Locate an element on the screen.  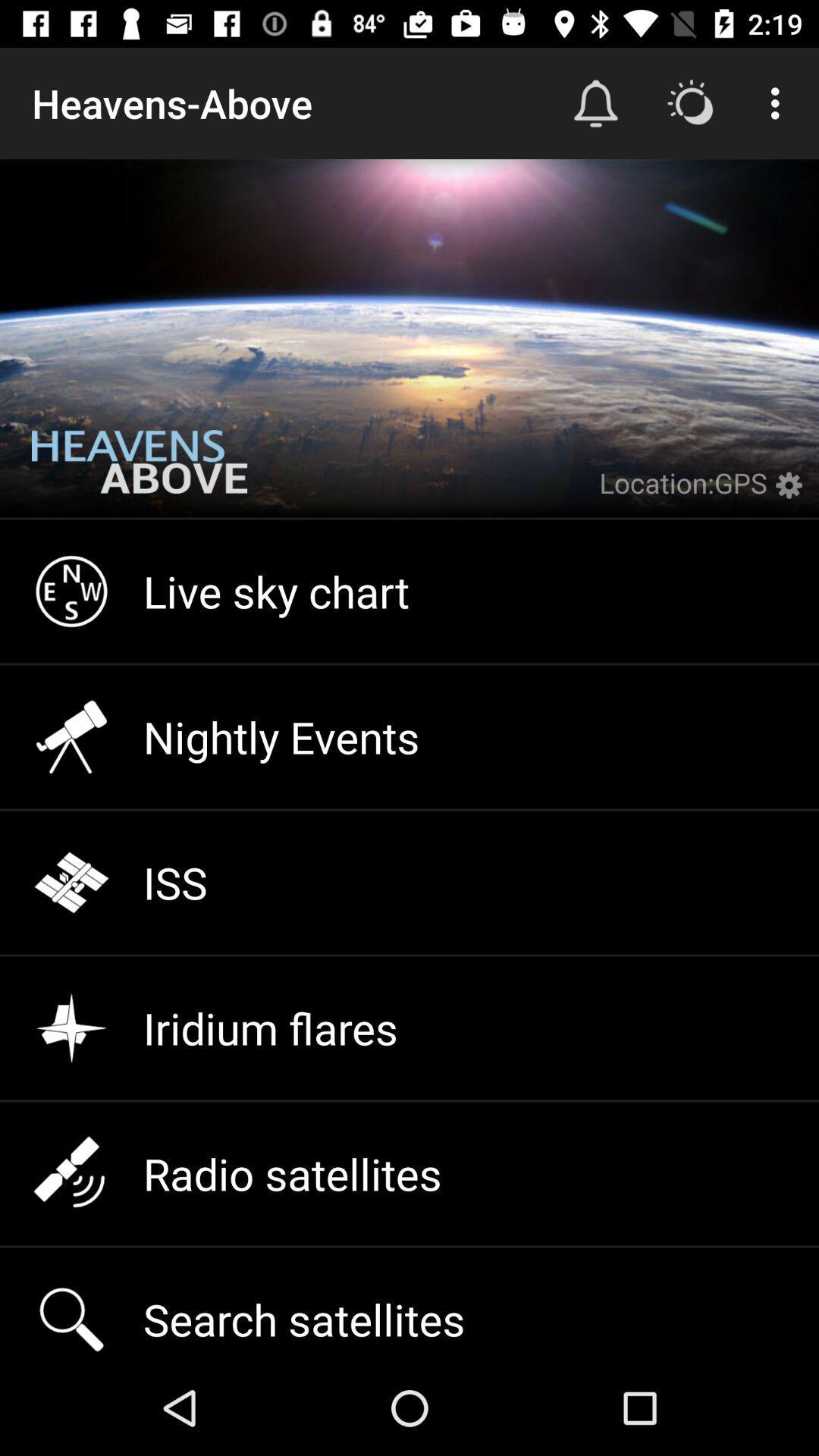
open options is located at coordinates (792, 494).